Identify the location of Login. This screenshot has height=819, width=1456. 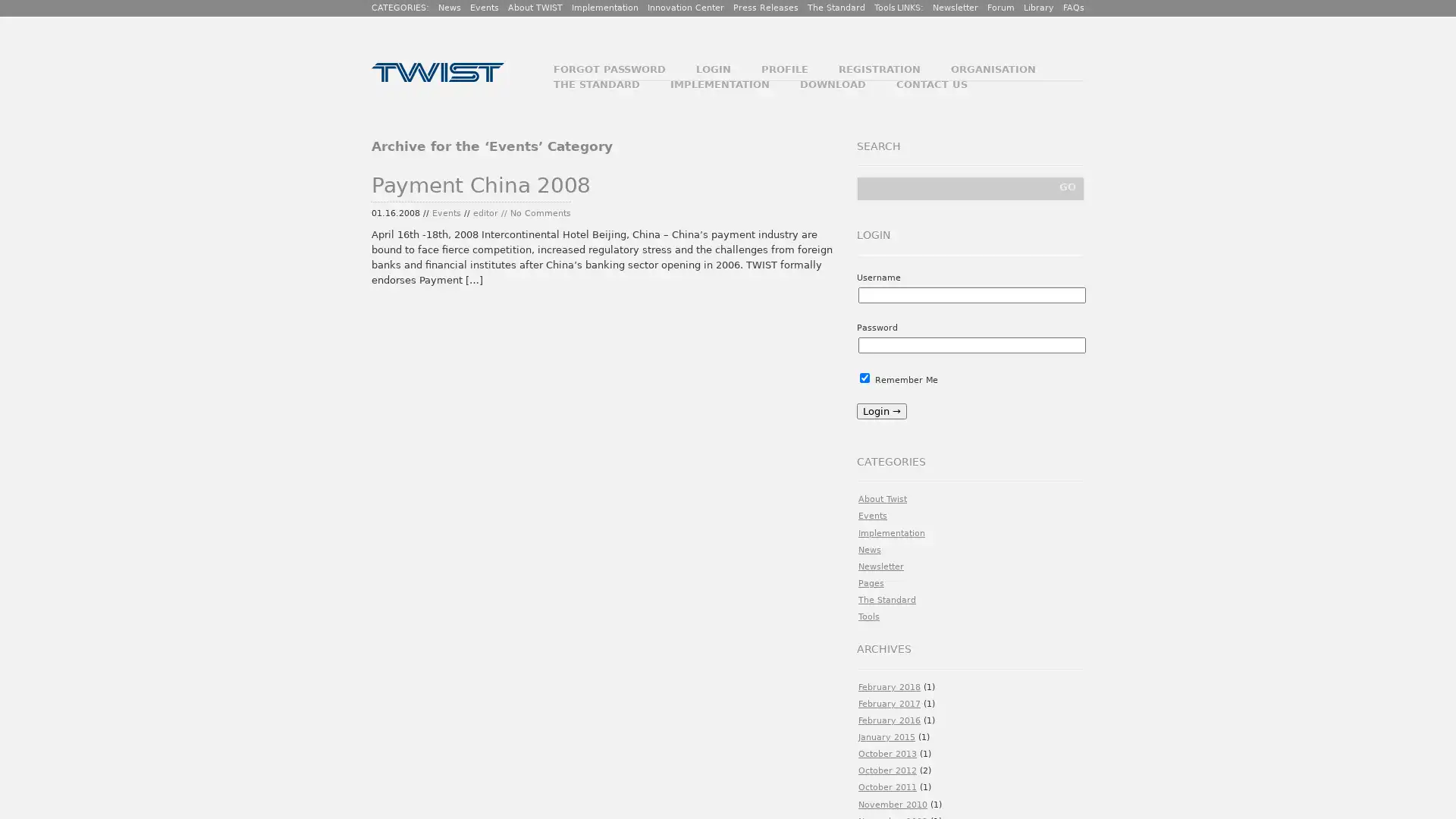
(881, 411).